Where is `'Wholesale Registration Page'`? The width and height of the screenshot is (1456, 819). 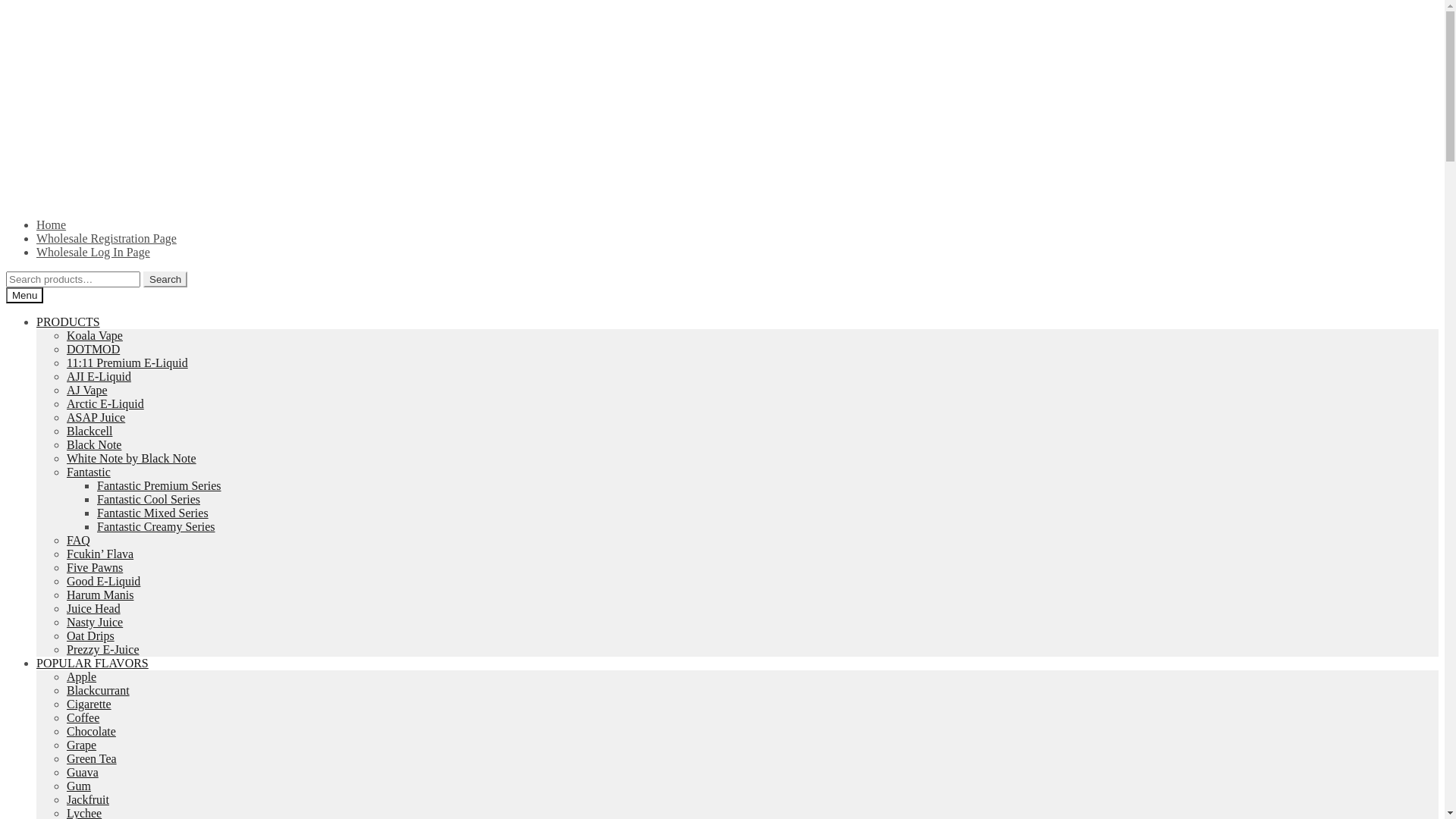
'Wholesale Registration Page' is located at coordinates (105, 238).